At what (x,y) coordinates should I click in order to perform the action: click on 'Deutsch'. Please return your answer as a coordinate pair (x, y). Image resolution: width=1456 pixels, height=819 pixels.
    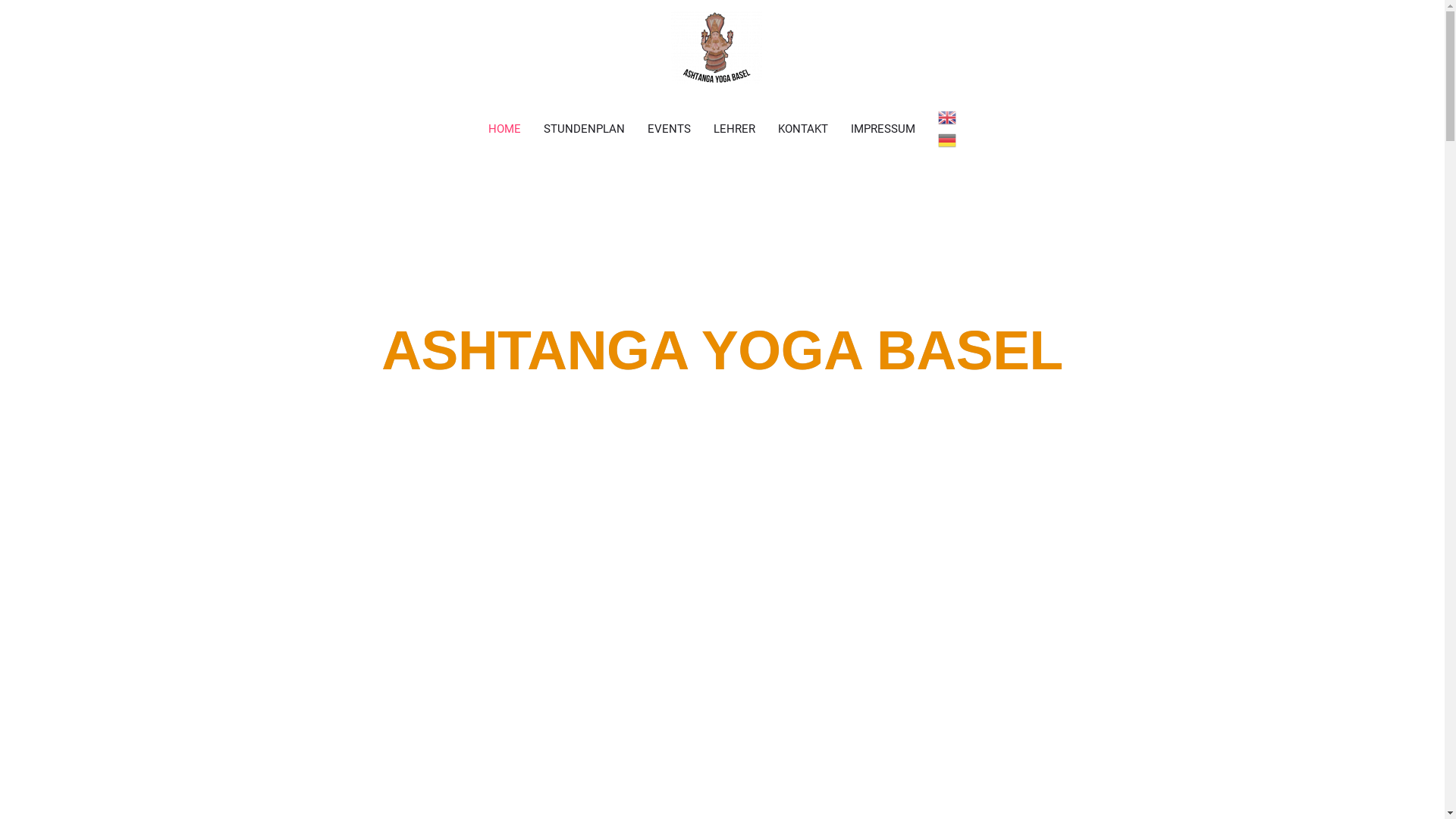
    Looking at the image, I should click on (946, 140).